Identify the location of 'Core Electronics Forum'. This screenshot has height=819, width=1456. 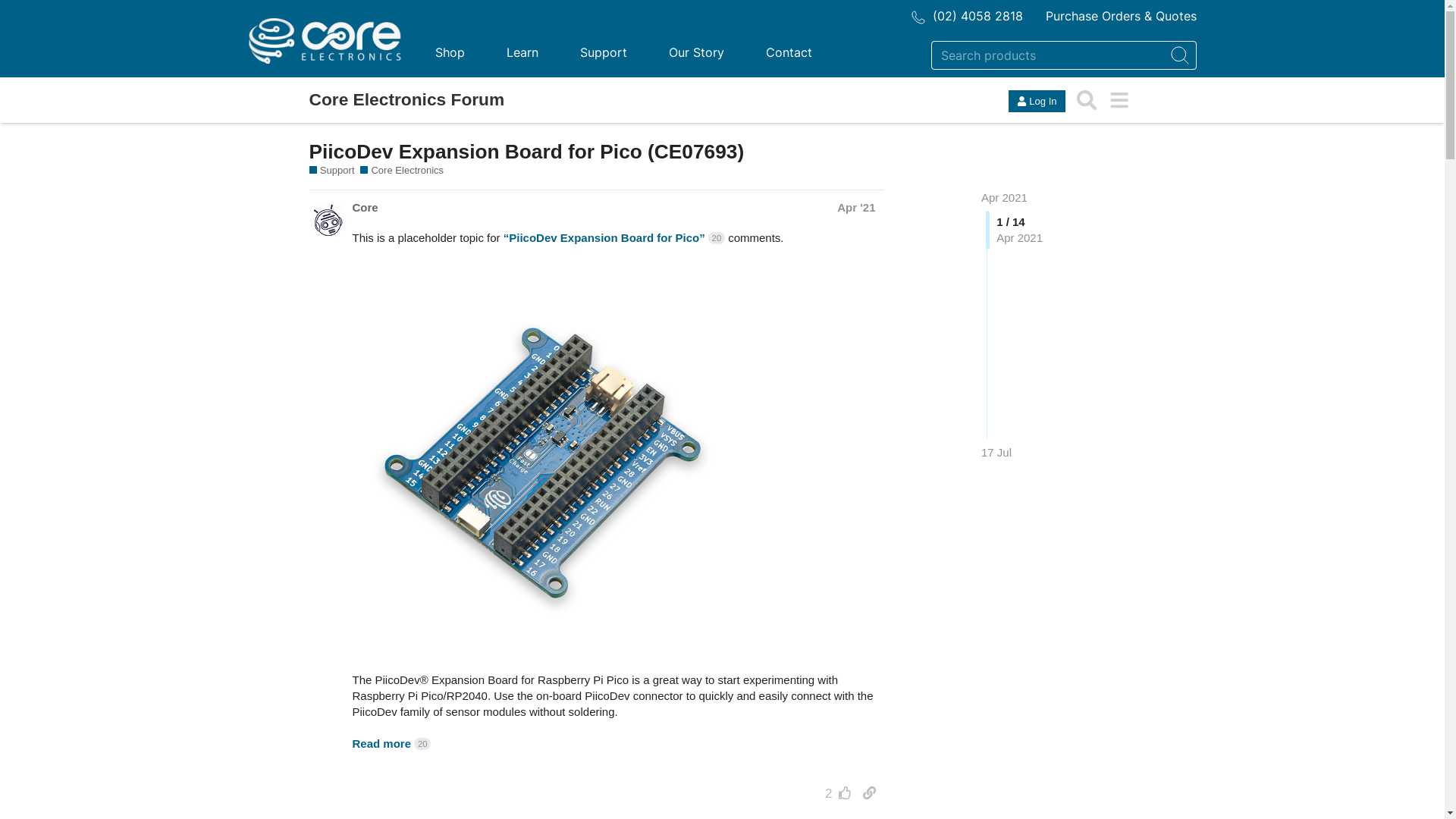
(407, 99).